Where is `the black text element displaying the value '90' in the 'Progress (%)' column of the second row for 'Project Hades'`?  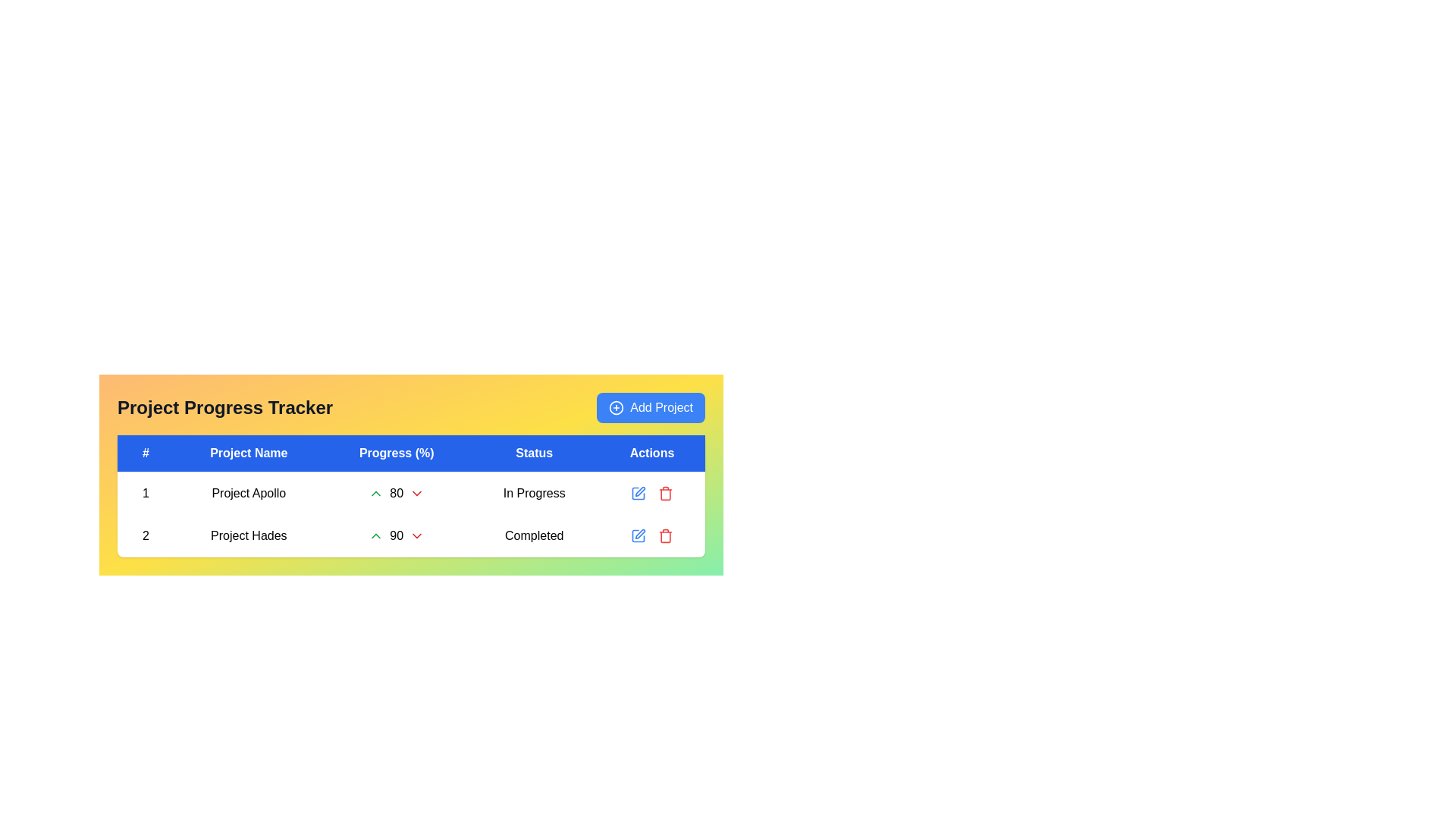
the black text element displaying the value '90' in the 'Progress (%)' column of the second row for 'Project Hades' is located at coordinates (397, 535).